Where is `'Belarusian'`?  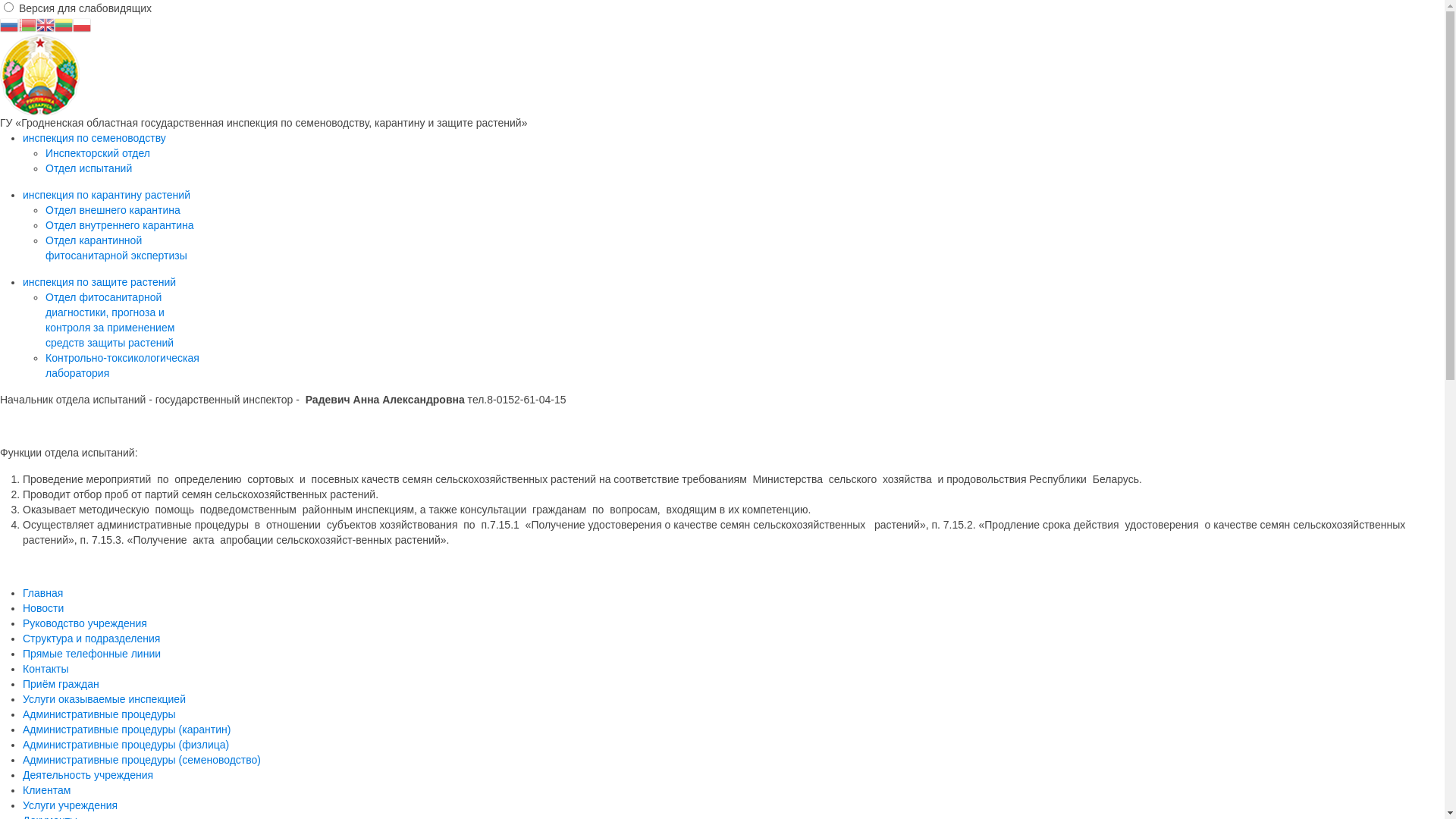 'Belarusian' is located at coordinates (27, 24).